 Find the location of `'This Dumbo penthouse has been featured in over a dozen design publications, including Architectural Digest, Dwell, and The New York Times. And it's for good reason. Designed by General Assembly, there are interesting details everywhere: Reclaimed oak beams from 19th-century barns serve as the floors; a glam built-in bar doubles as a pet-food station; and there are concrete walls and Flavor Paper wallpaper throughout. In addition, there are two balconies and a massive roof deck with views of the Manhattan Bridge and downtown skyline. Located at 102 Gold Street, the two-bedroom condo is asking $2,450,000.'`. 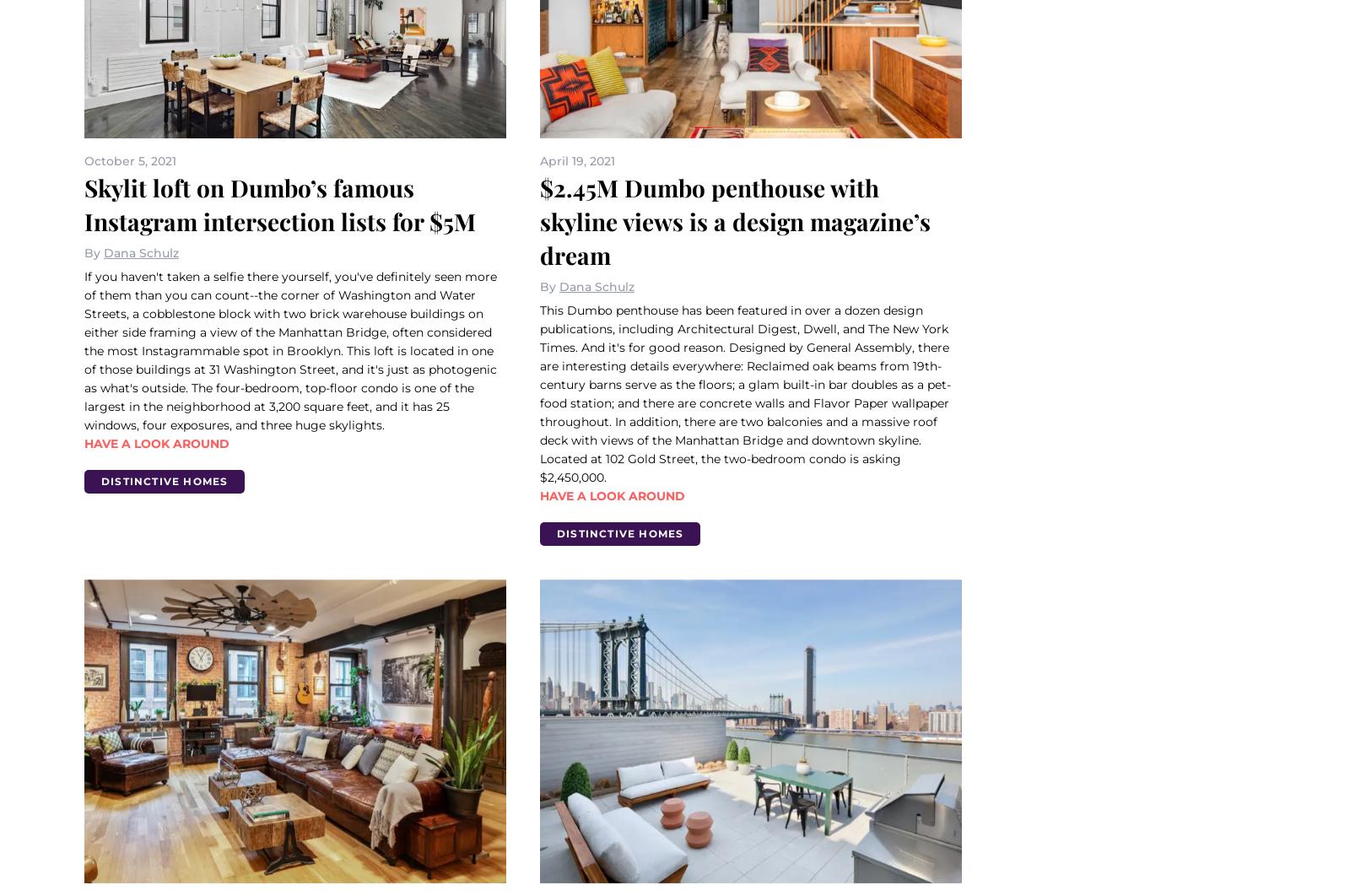

'This Dumbo penthouse has been featured in over a dozen design publications, including Architectural Digest, Dwell, and The New York Times. And it's for good reason. Designed by General Assembly, there are interesting details everywhere: Reclaimed oak beams from 19th-century barns serve as the floors; a glam built-in bar doubles as a pet-food station; and there are concrete walls and Flavor Paper wallpaper throughout. In addition, there are two balconies and a massive roof deck with views of the Manhattan Bridge and downtown skyline. Located at 102 Gold Street, the two-bedroom condo is asking $2,450,000.' is located at coordinates (744, 392).